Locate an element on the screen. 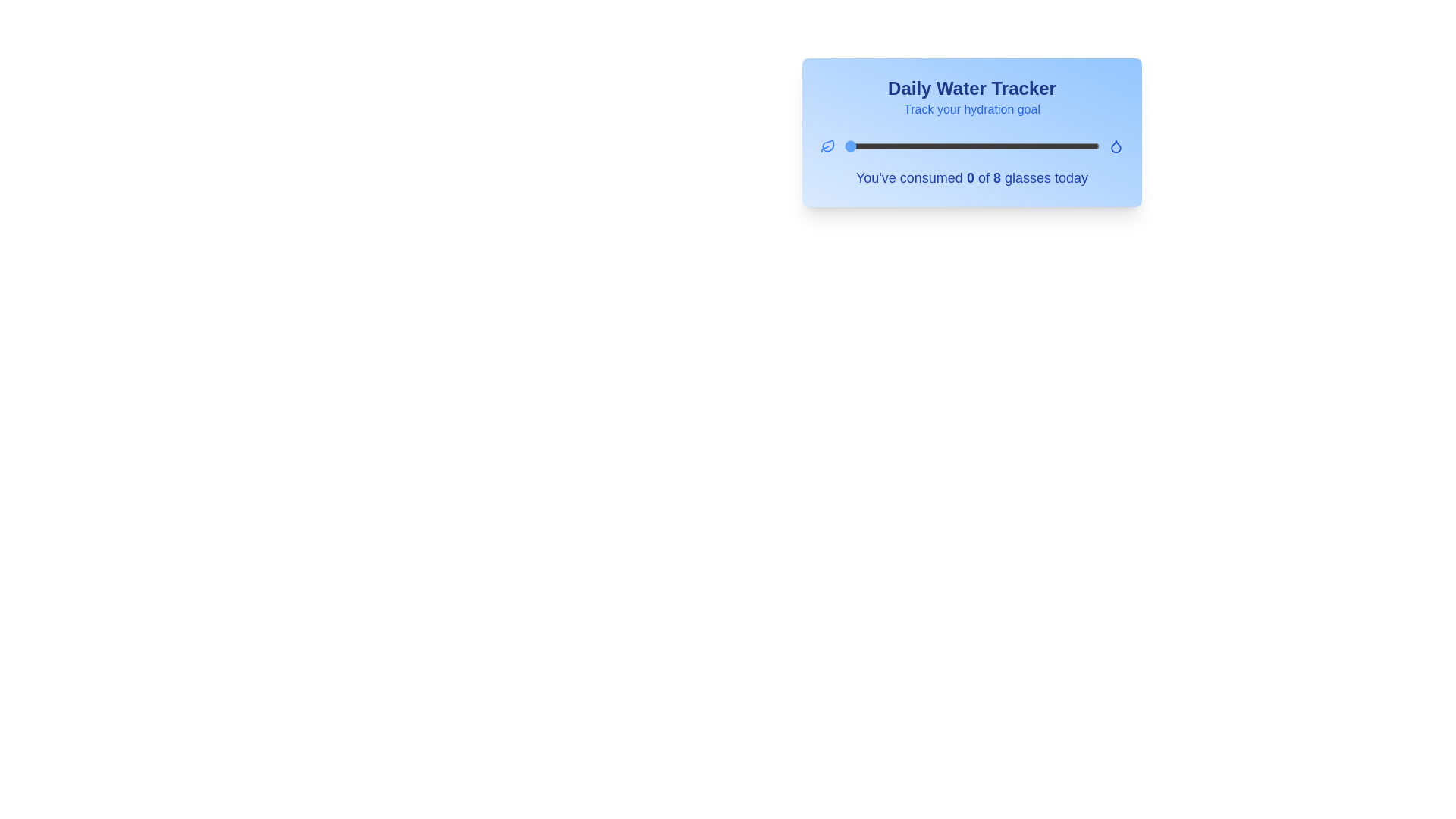 Image resolution: width=1456 pixels, height=819 pixels. the water intake slider to set the water consumption to 2 glasses is located at coordinates (908, 146).